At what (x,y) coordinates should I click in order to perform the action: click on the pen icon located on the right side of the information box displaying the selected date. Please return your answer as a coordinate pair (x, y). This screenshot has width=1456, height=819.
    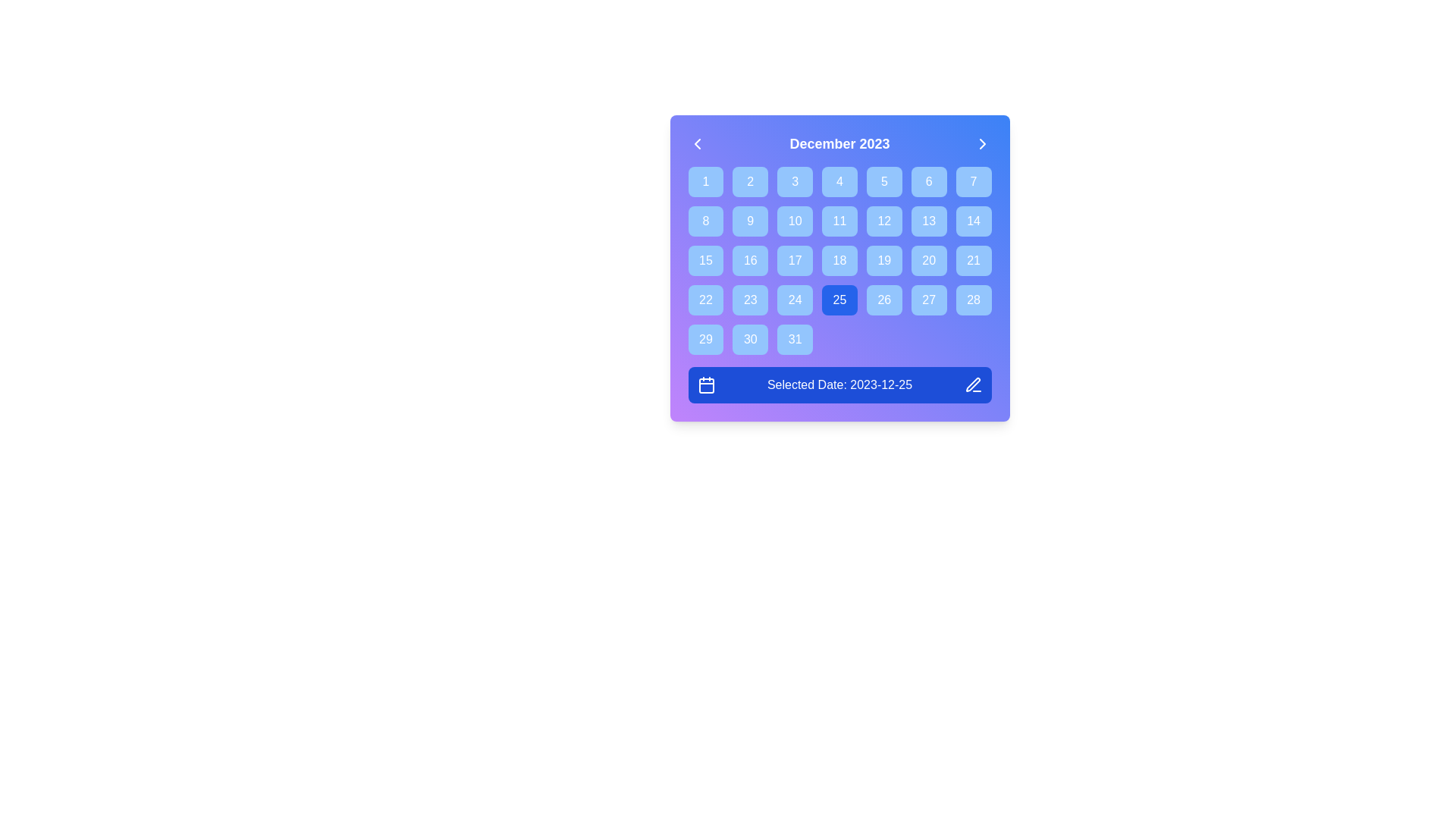
    Looking at the image, I should click on (973, 384).